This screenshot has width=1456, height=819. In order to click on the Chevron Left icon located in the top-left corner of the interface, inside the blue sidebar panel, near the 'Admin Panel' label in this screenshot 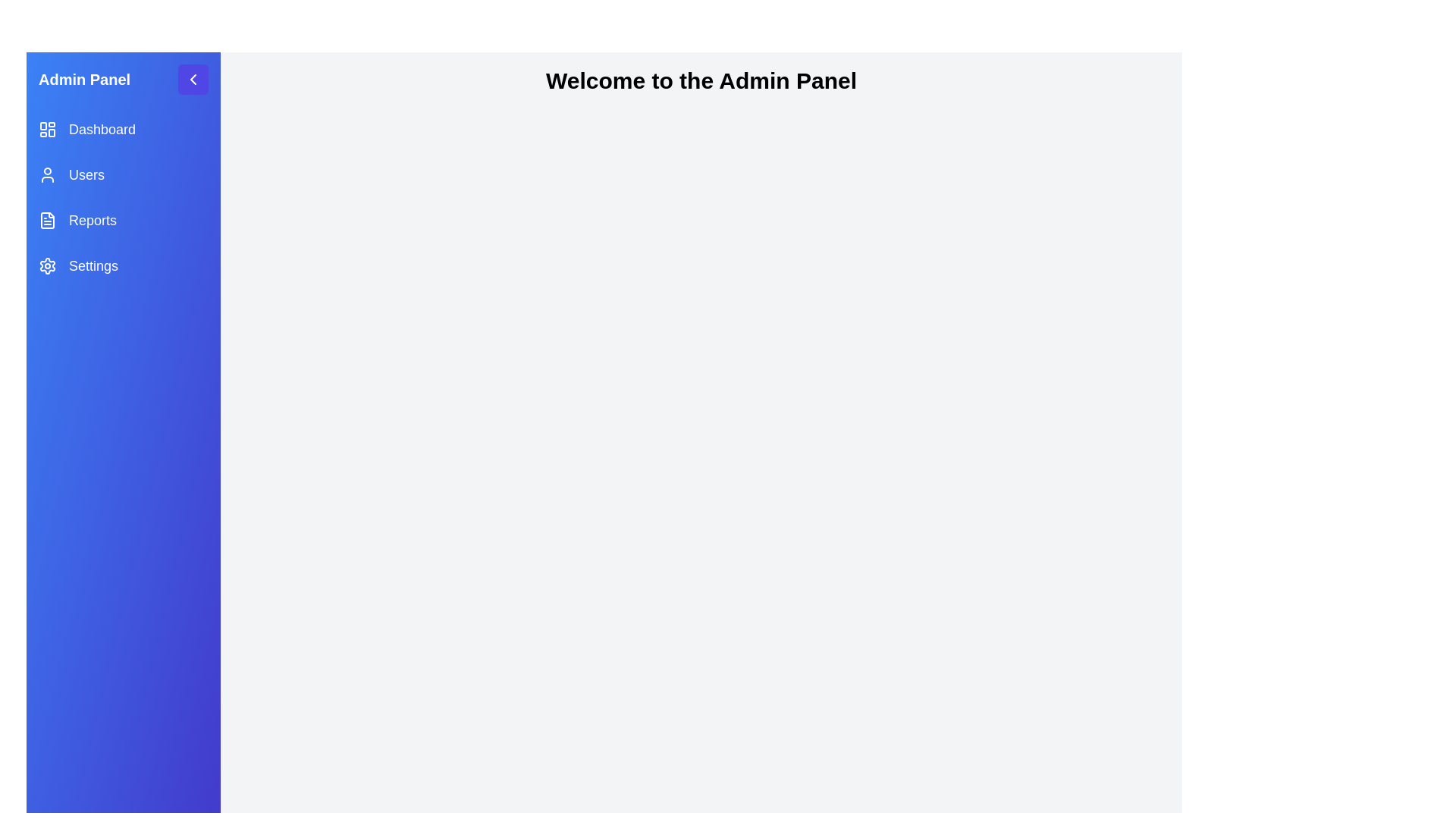, I will do `click(192, 79)`.